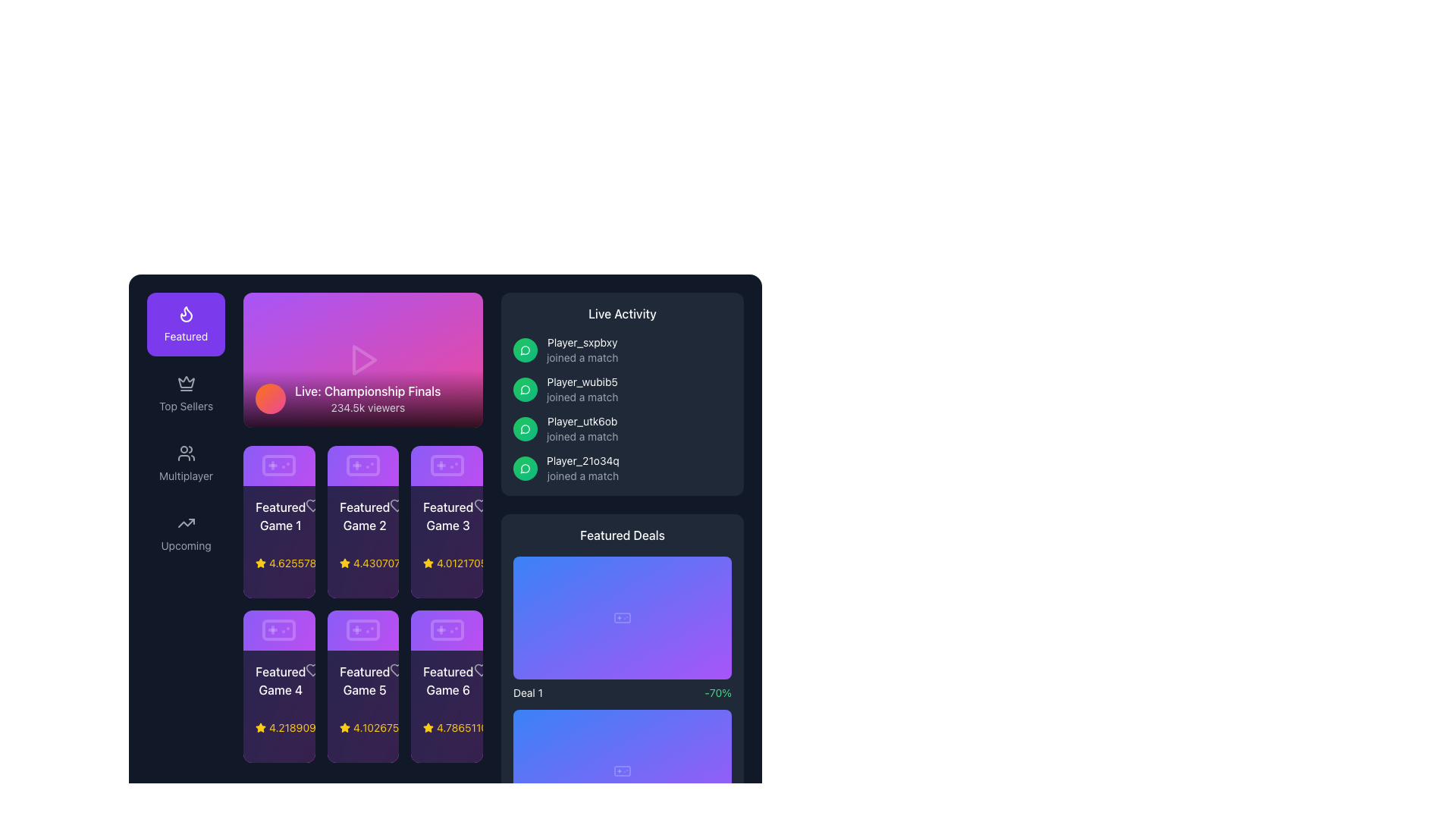 This screenshot has height=819, width=1456. I want to click on the yellow star icon in the Rating indicator for 'Featured Game 2', so click(397, 563).